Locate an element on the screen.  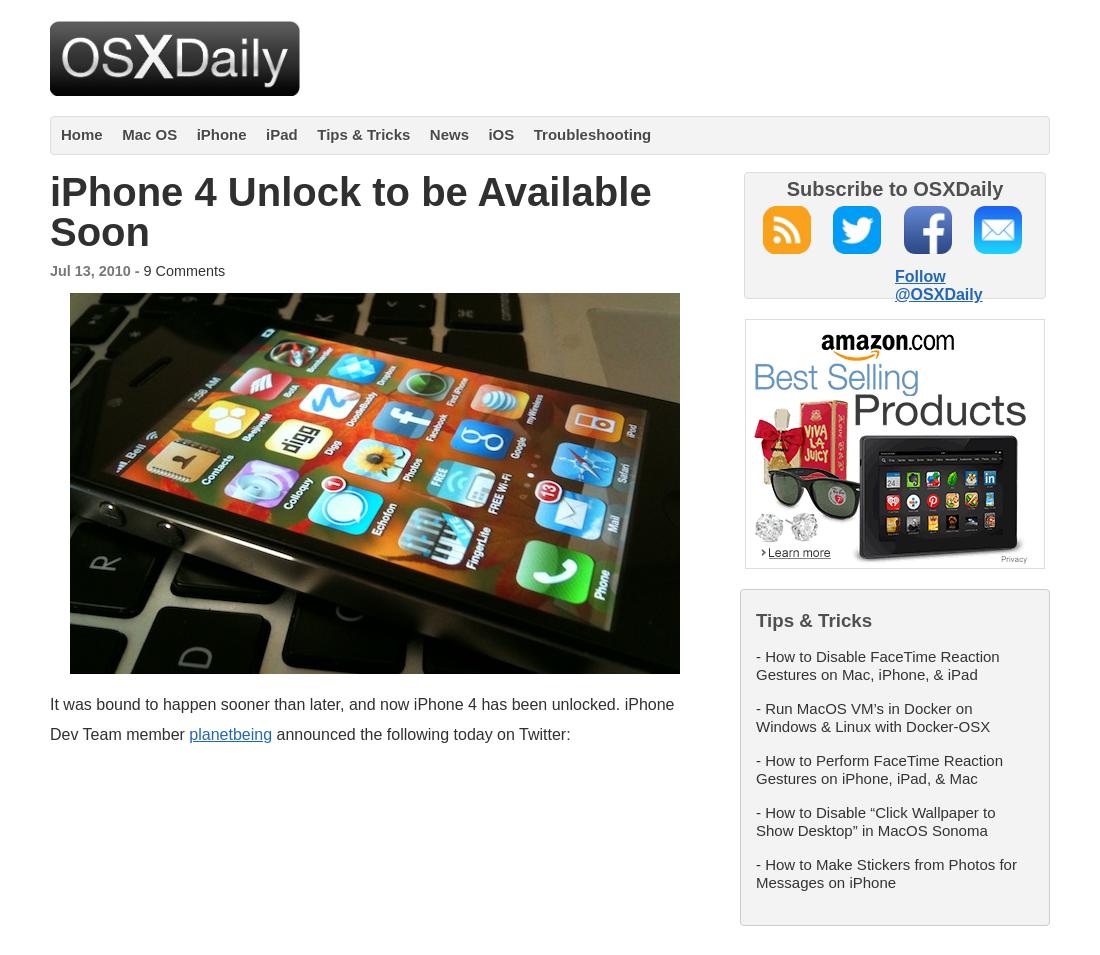
'iOS' is located at coordinates (501, 133).